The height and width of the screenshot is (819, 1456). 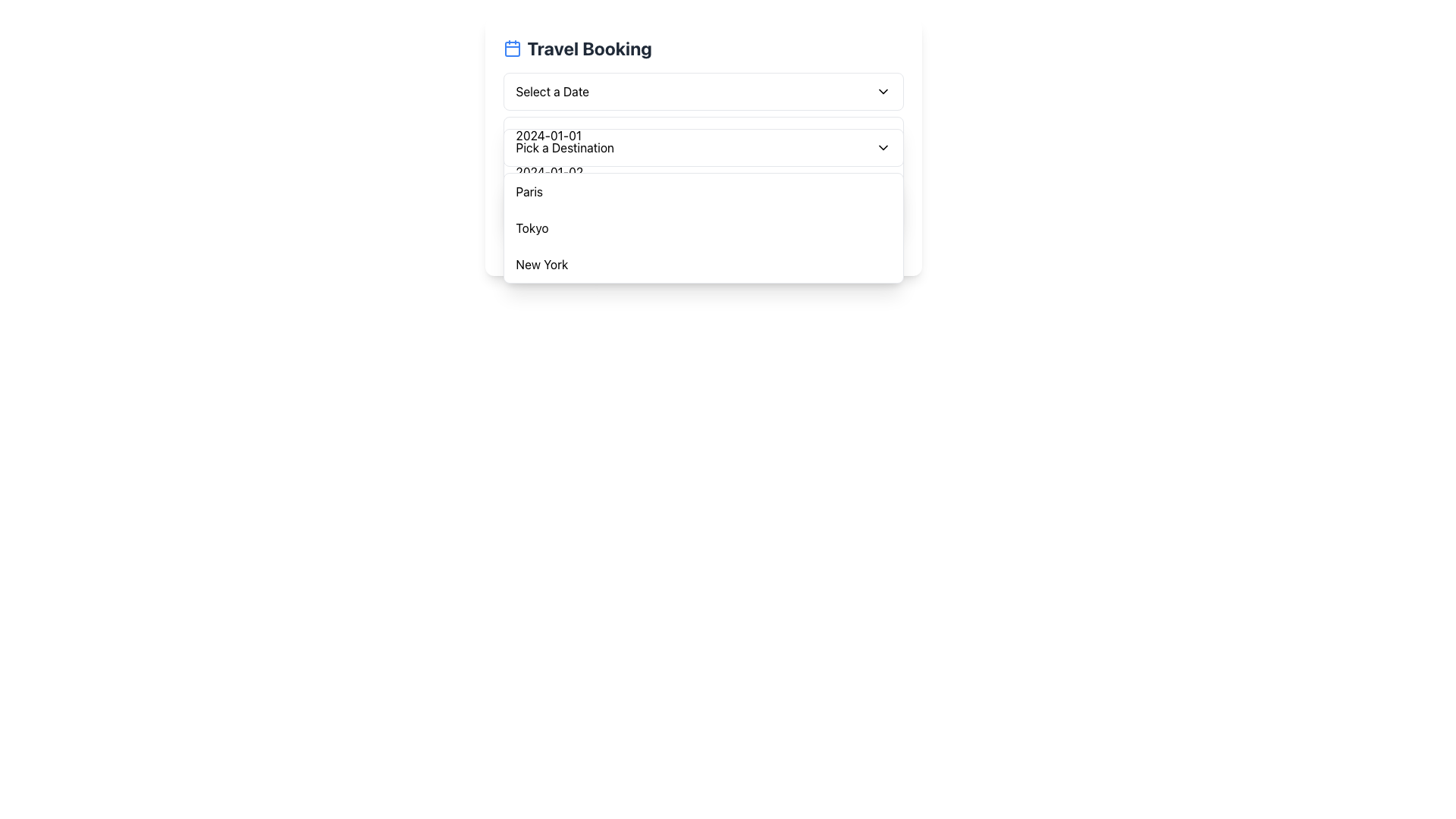 I want to click on the dropdown menu positioned beneath the 'Select a Date' dropdown, so click(x=702, y=148).